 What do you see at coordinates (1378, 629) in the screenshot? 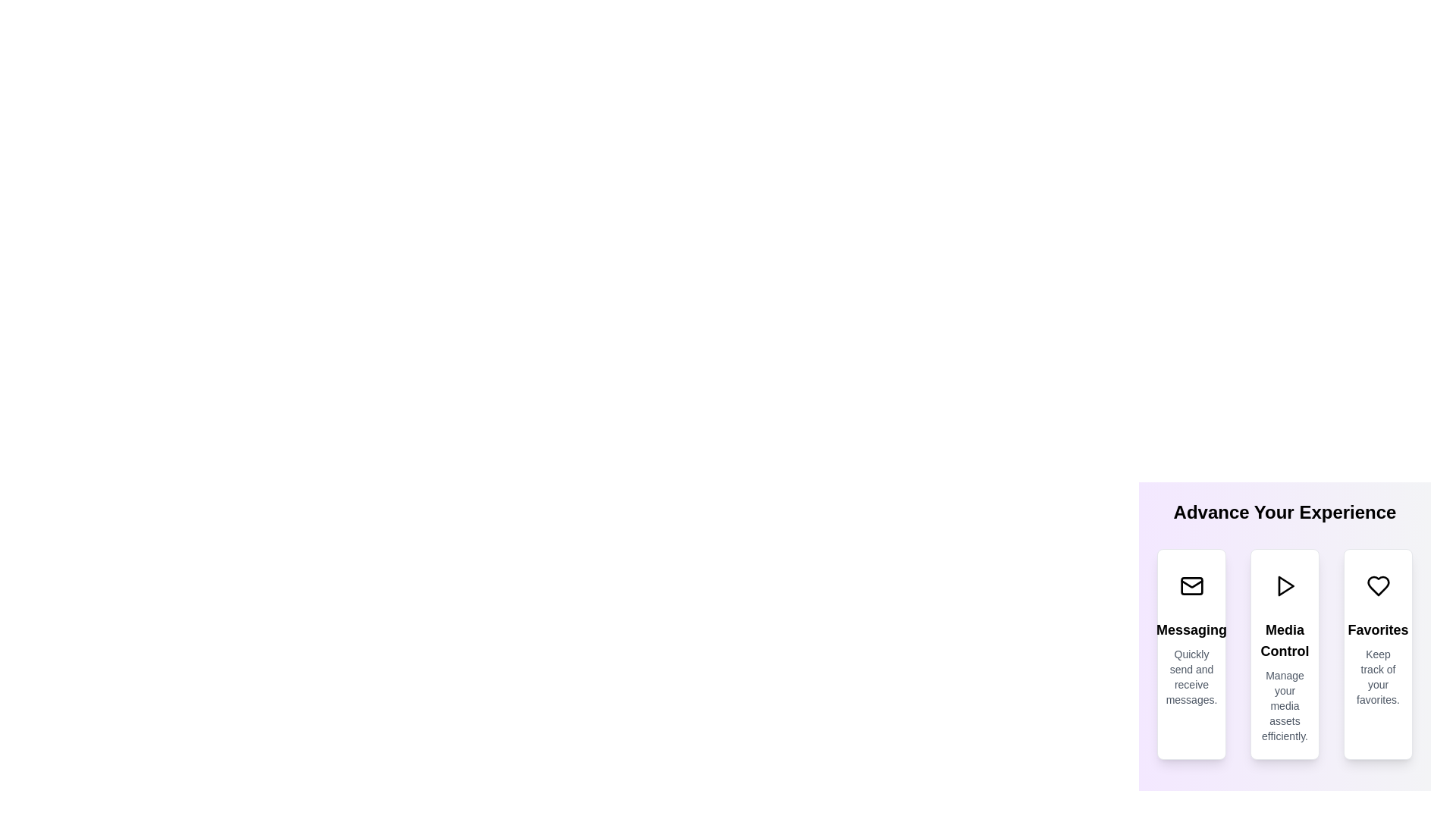
I see `text label titled 'Favorites', which serves as a title for the associated card in the three-card layout under the section title 'Advance Your Experience'` at bounding box center [1378, 629].